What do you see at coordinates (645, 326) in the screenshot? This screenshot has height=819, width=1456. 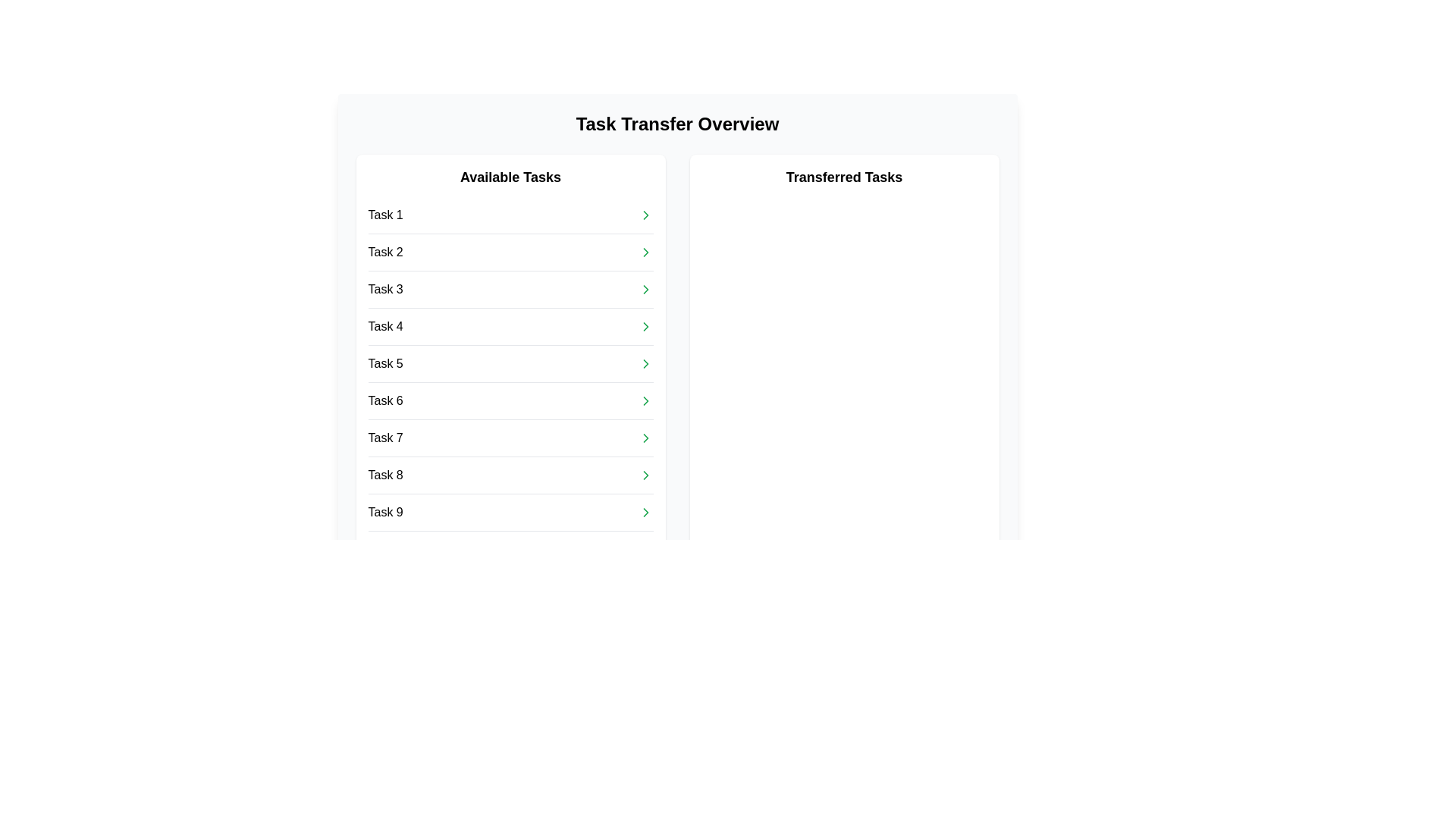 I see `the fourth chevron indicator for 'Task 4' in the 'Available Tasks' section` at bounding box center [645, 326].